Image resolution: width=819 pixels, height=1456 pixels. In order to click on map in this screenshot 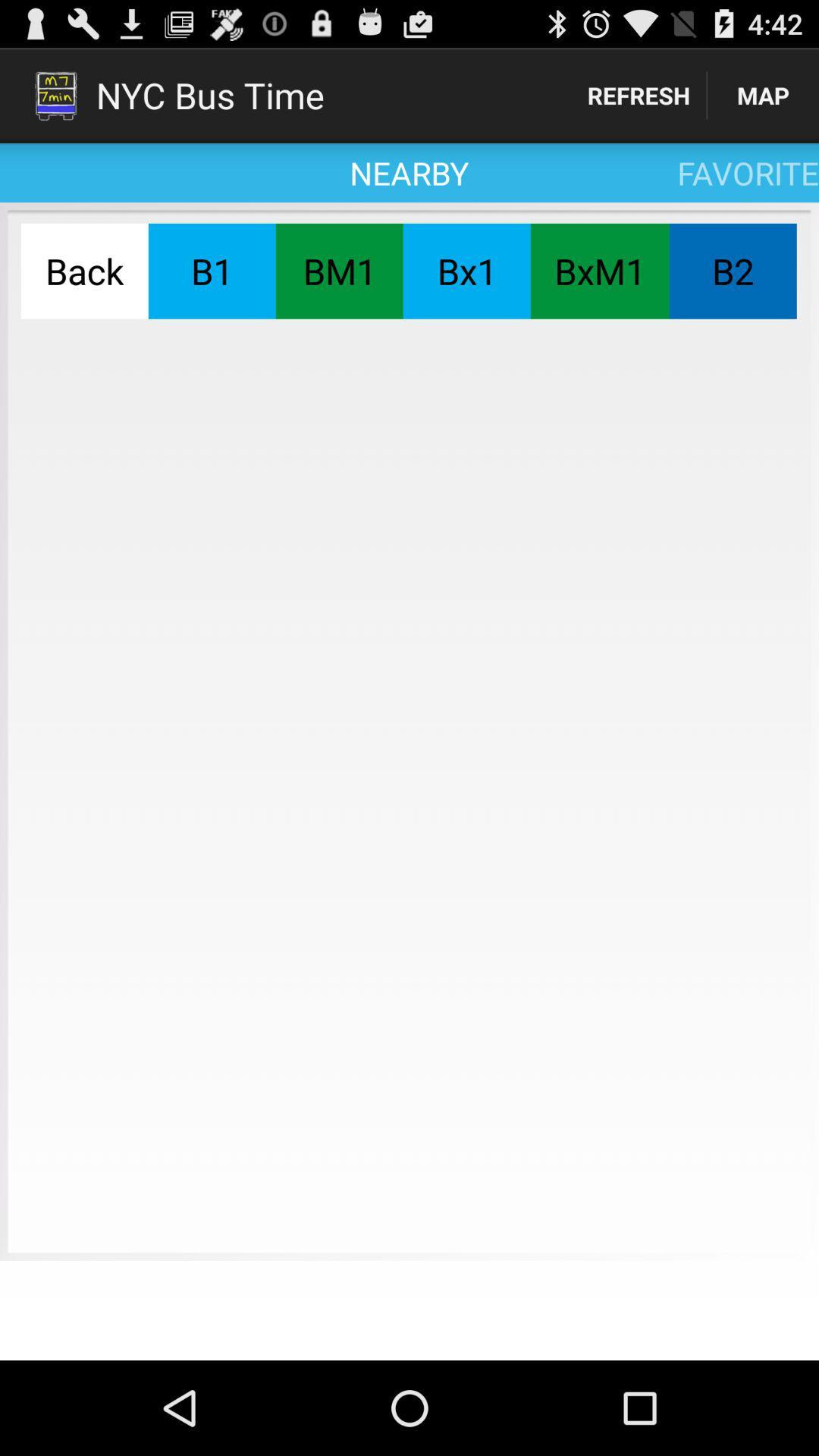, I will do `click(763, 94)`.